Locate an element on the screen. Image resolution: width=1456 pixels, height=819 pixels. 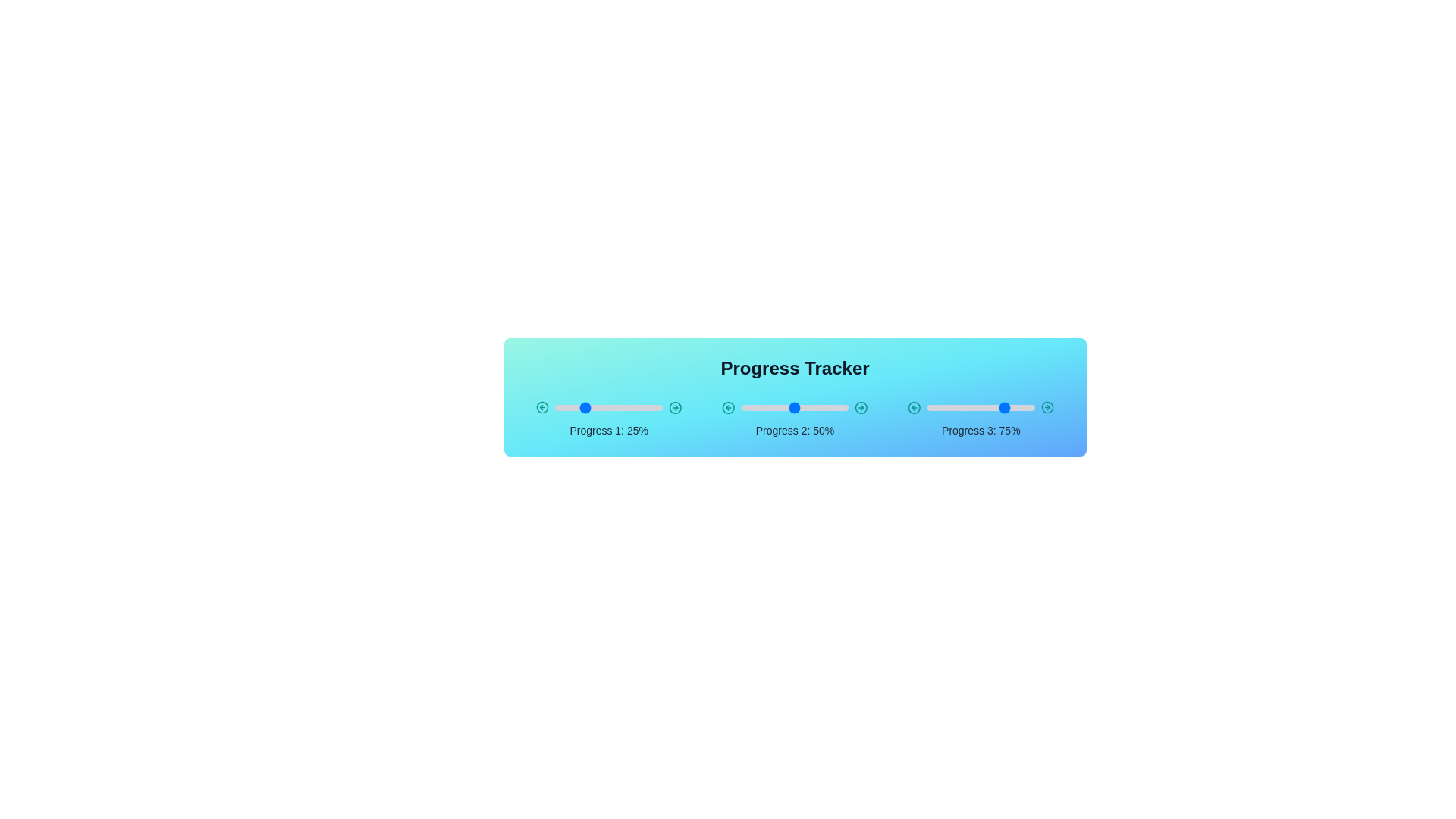
the left arrow of the slider for Progress 3 is located at coordinates (914, 406).